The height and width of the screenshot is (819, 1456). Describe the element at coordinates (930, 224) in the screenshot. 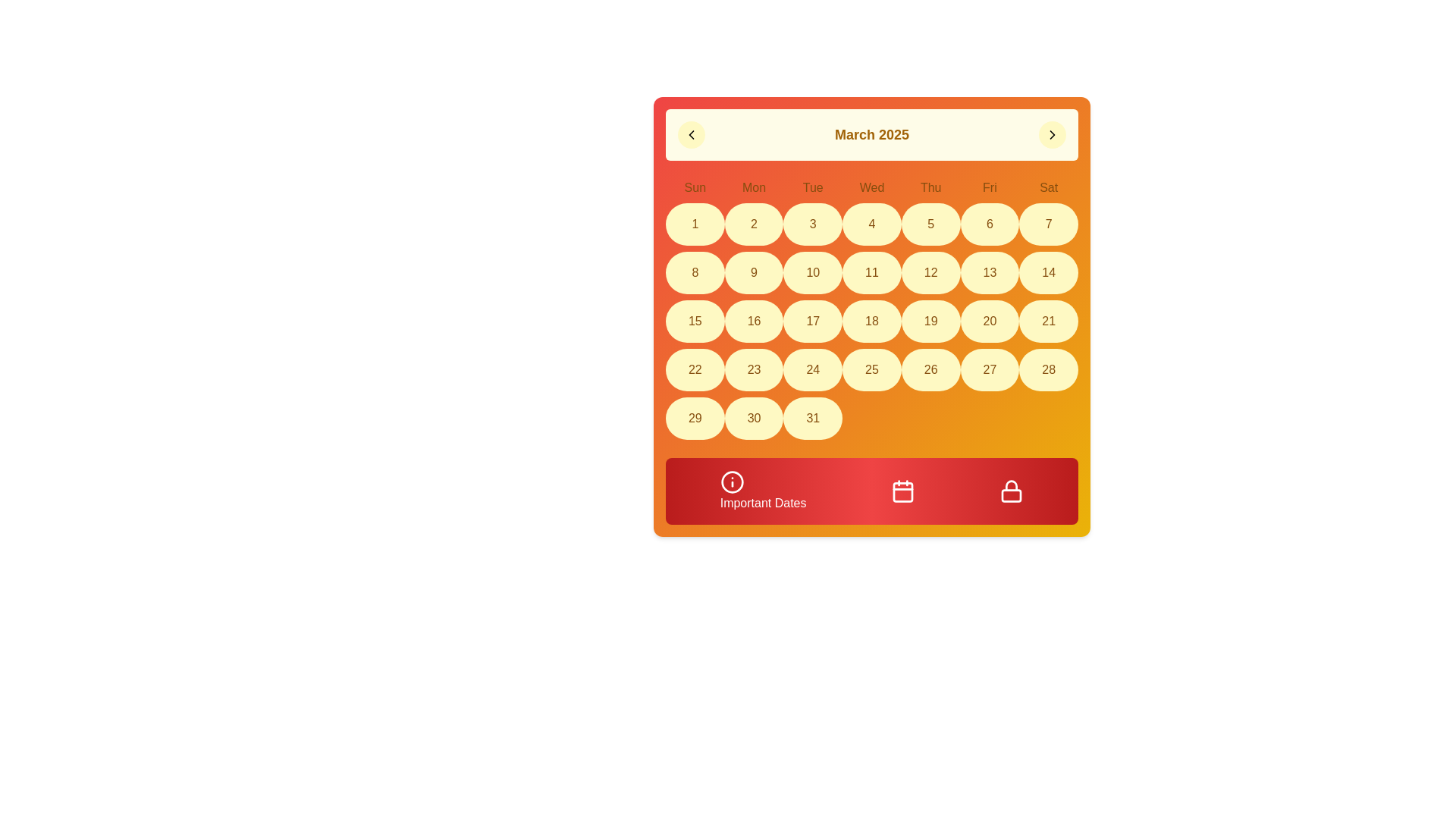

I see `the circular button with a beige background and the digit '5' in the first row of the calendar grid under the column labeled 'Thu'` at that location.